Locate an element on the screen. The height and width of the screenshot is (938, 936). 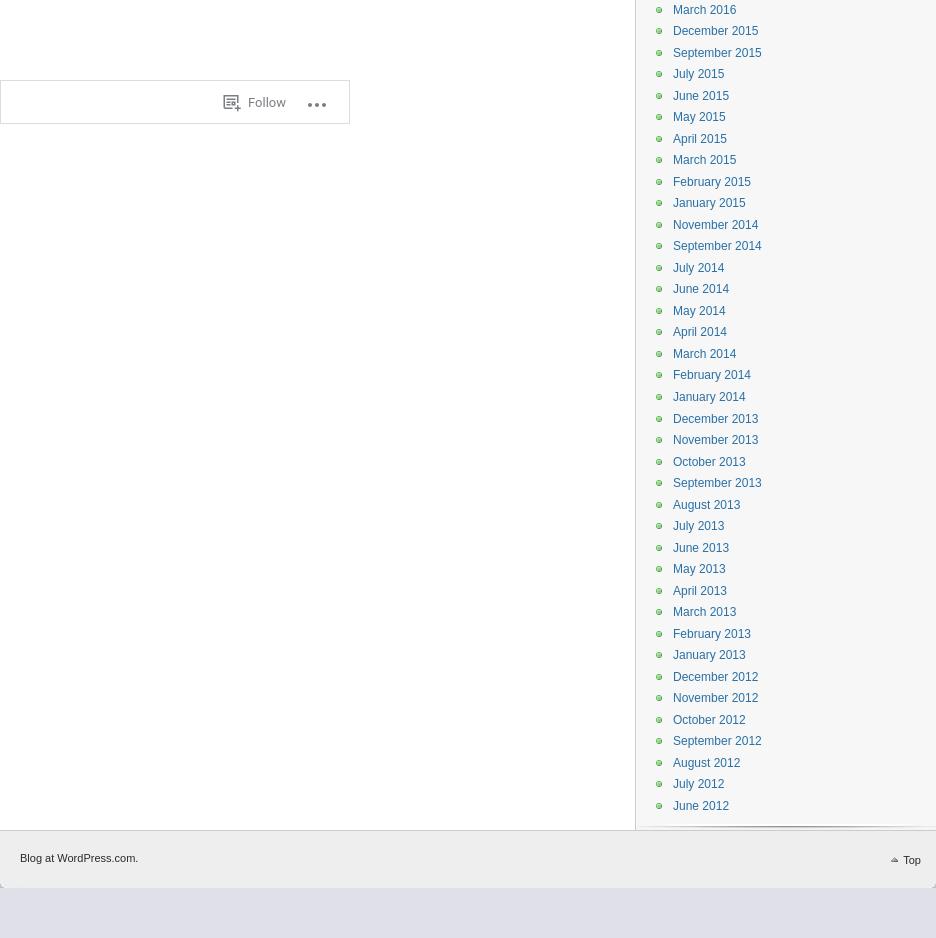
'April 2014' is located at coordinates (700, 330).